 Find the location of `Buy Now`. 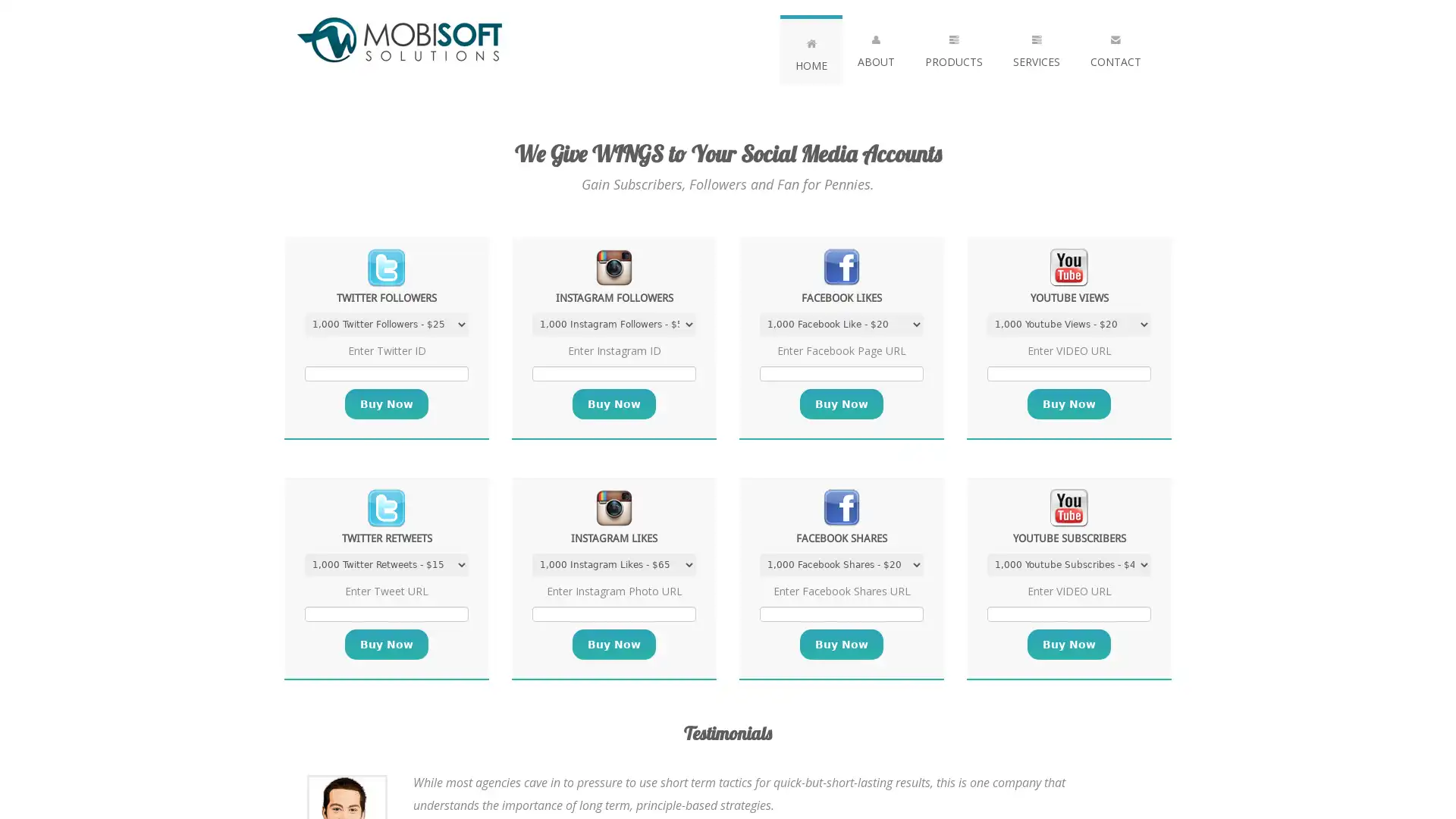

Buy Now is located at coordinates (1068, 644).